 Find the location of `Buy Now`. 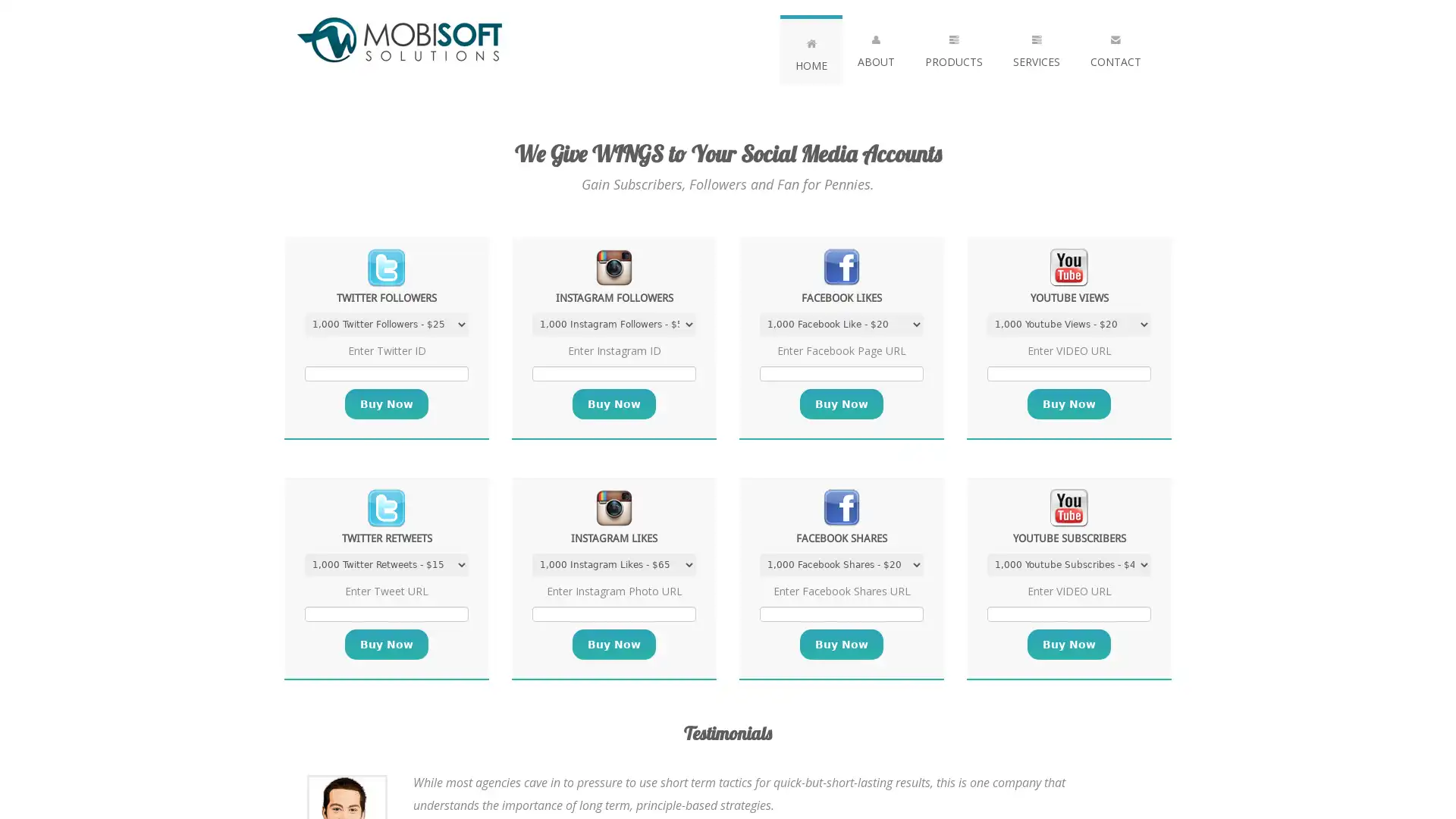

Buy Now is located at coordinates (1068, 644).